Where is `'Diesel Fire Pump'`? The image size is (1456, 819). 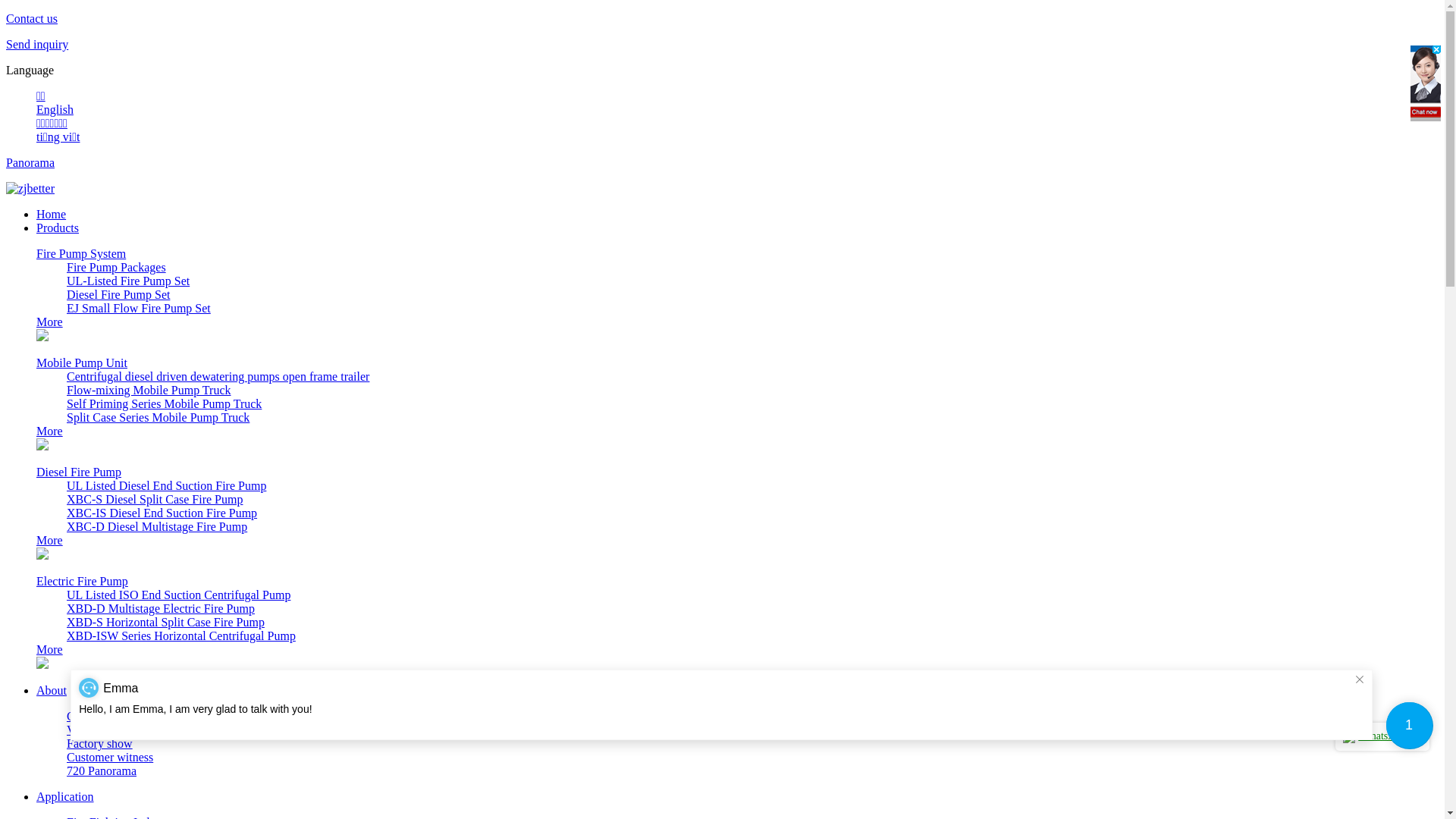
'Diesel Fire Pump' is located at coordinates (36, 471).